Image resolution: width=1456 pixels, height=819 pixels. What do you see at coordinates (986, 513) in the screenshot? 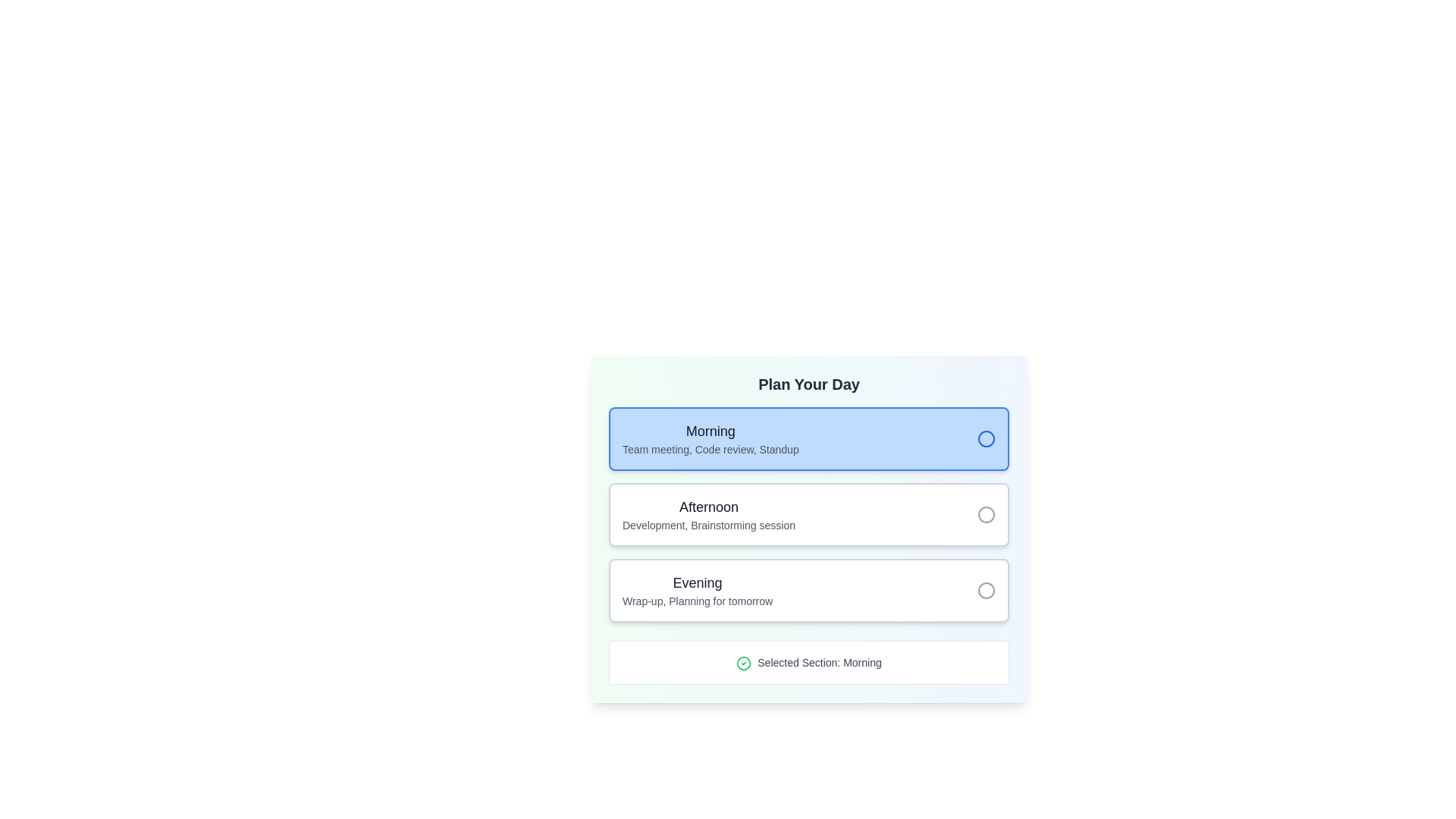
I see `the radio button in the rightmost position within the 'Afternoon' section` at bounding box center [986, 513].